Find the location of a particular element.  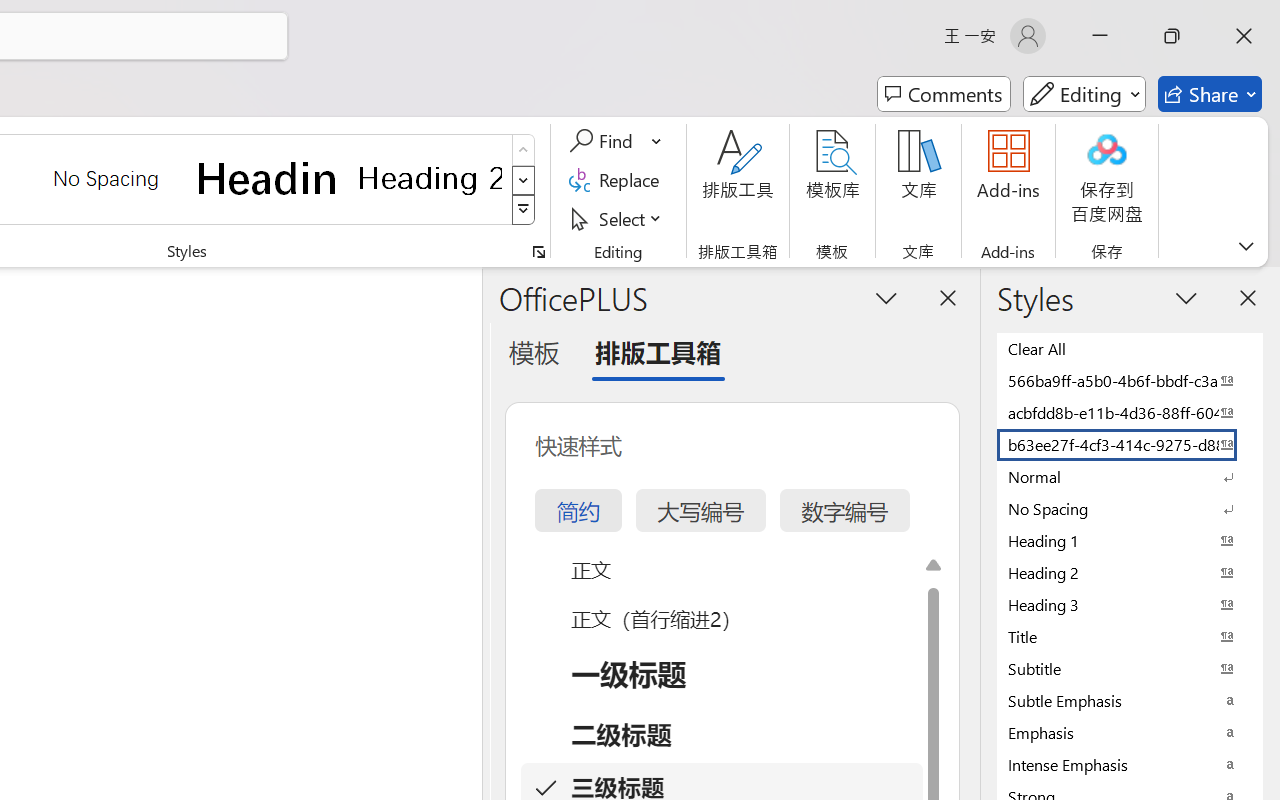

'Subtitle' is located at coordinates (1130, 668).